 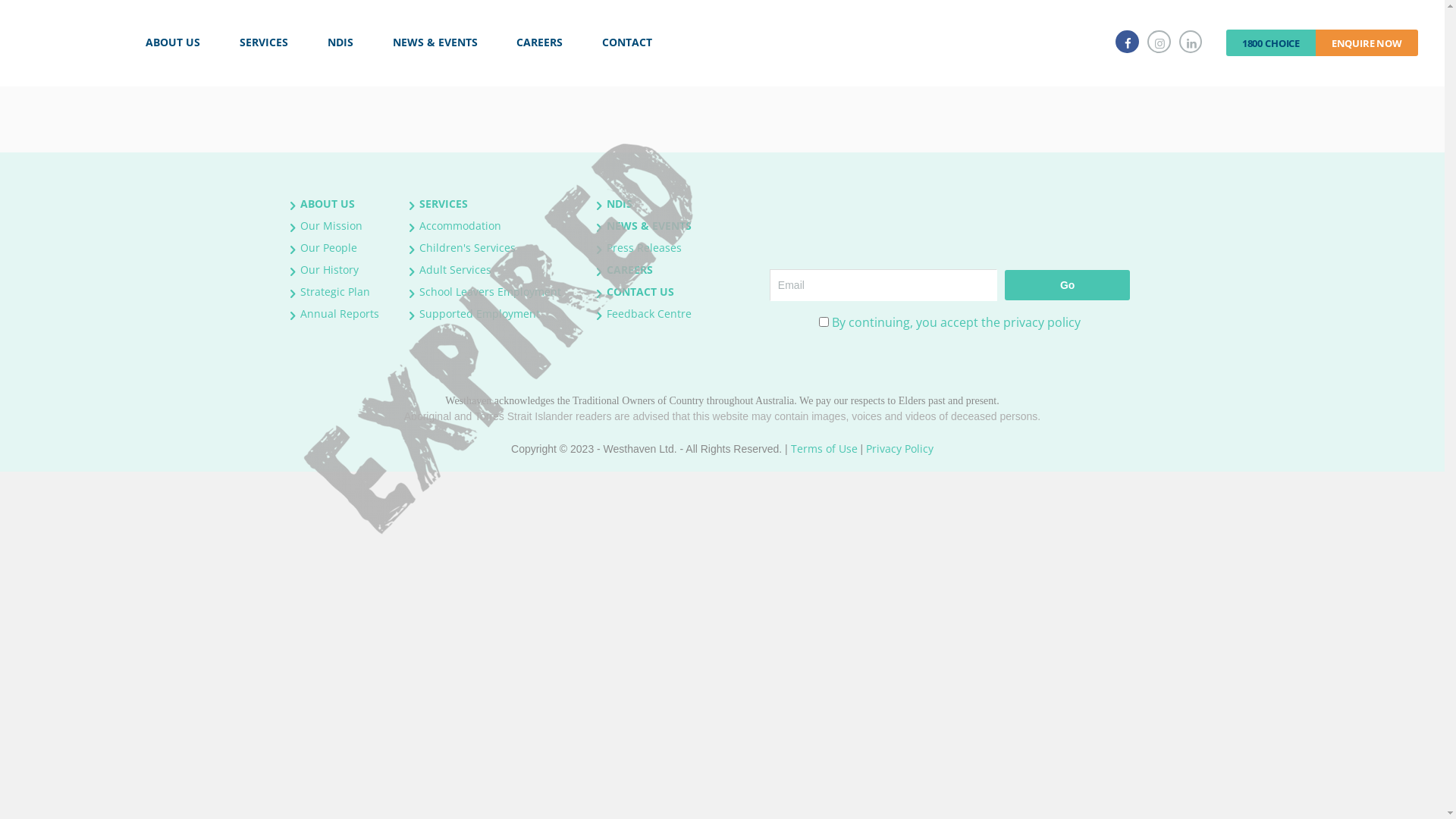 I want to click on 'Our History', so click(x=328, y=268).